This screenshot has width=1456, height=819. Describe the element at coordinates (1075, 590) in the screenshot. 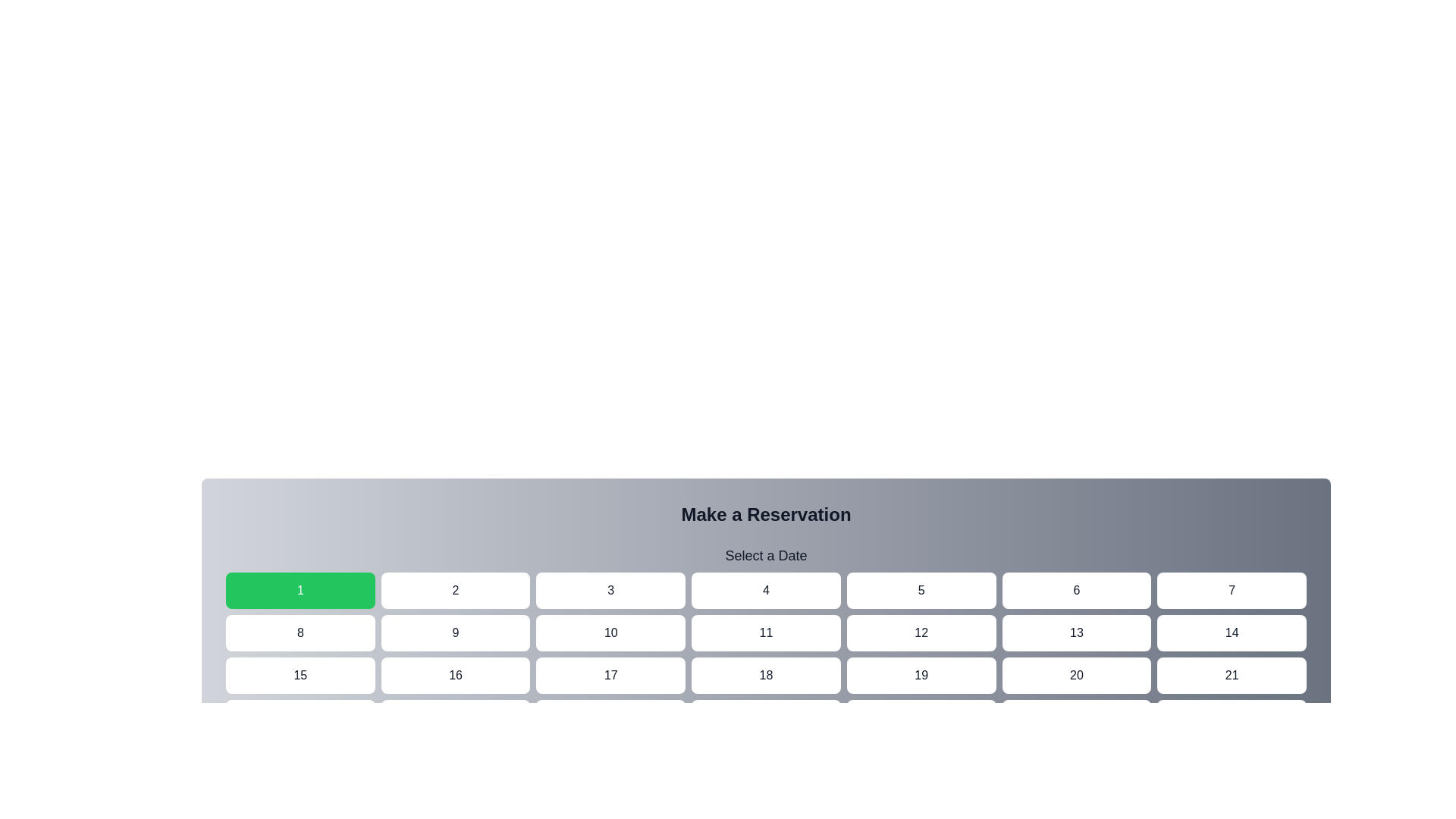

I see `the button representing the date '6' in the date picker interface` at that location.